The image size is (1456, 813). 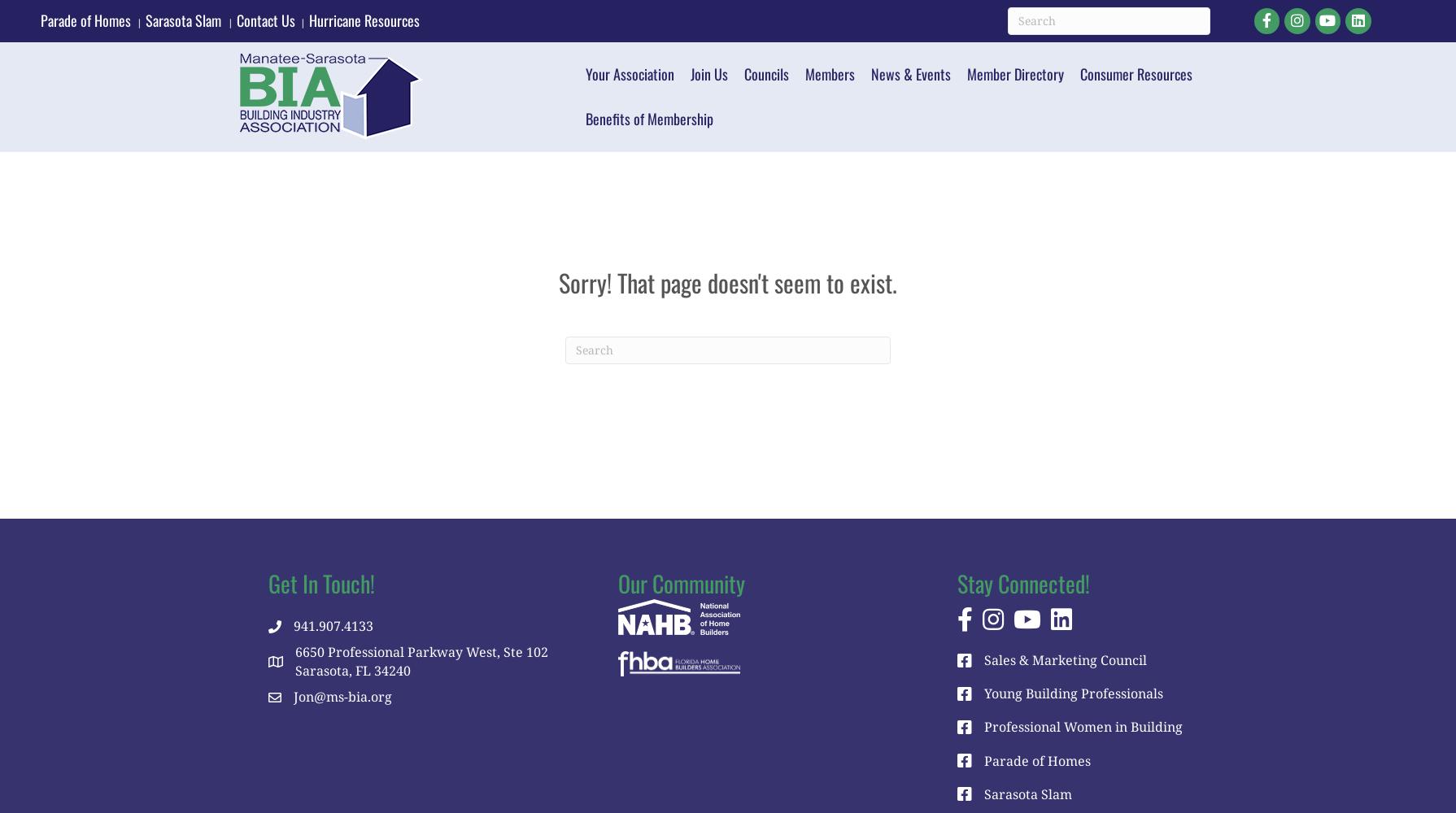 I want to click on 'Join Us', so click(x=689, y=72).